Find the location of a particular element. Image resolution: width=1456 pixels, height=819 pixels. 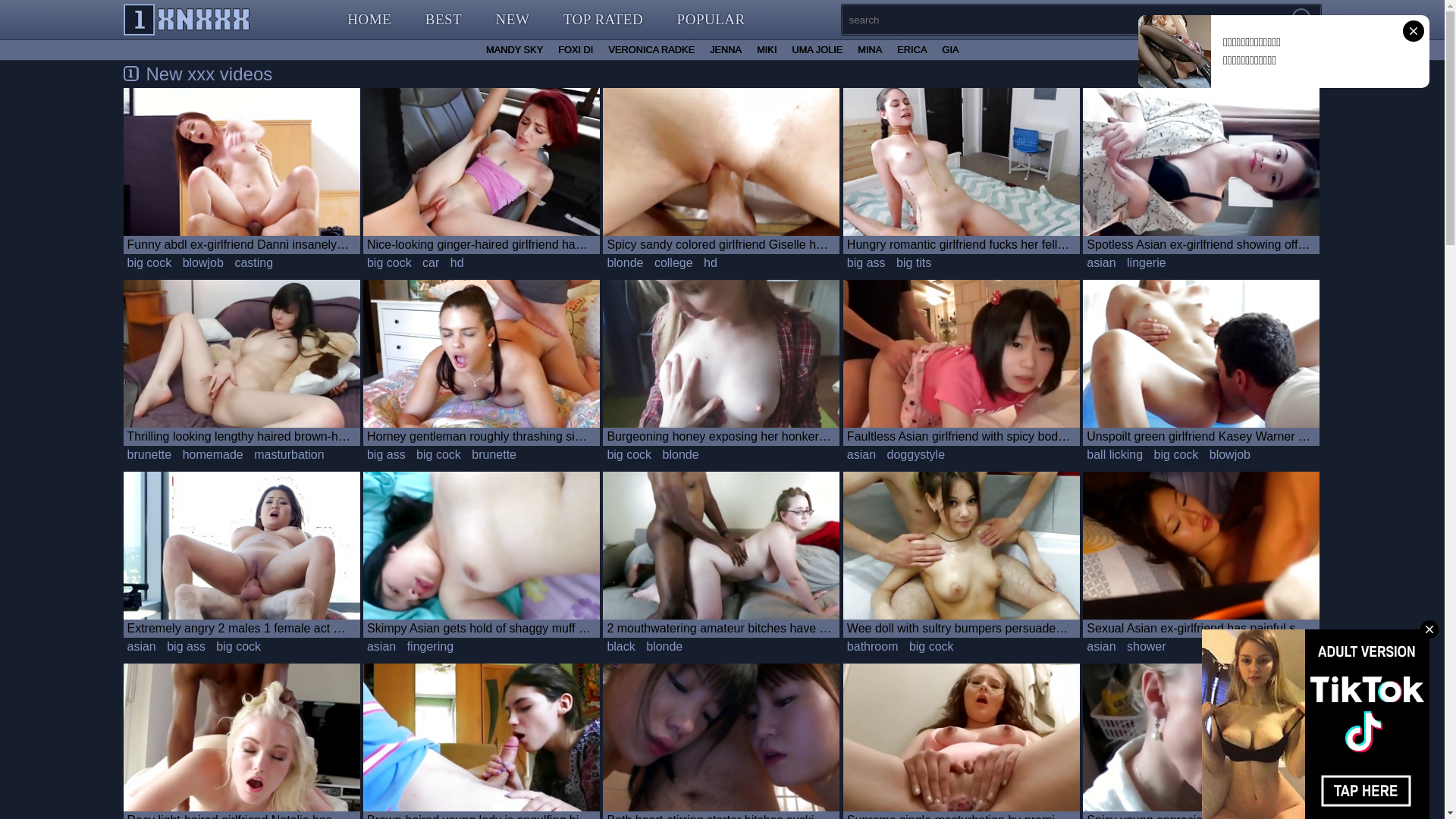

'MANDY SKY' is located at coordinates (477, 49).